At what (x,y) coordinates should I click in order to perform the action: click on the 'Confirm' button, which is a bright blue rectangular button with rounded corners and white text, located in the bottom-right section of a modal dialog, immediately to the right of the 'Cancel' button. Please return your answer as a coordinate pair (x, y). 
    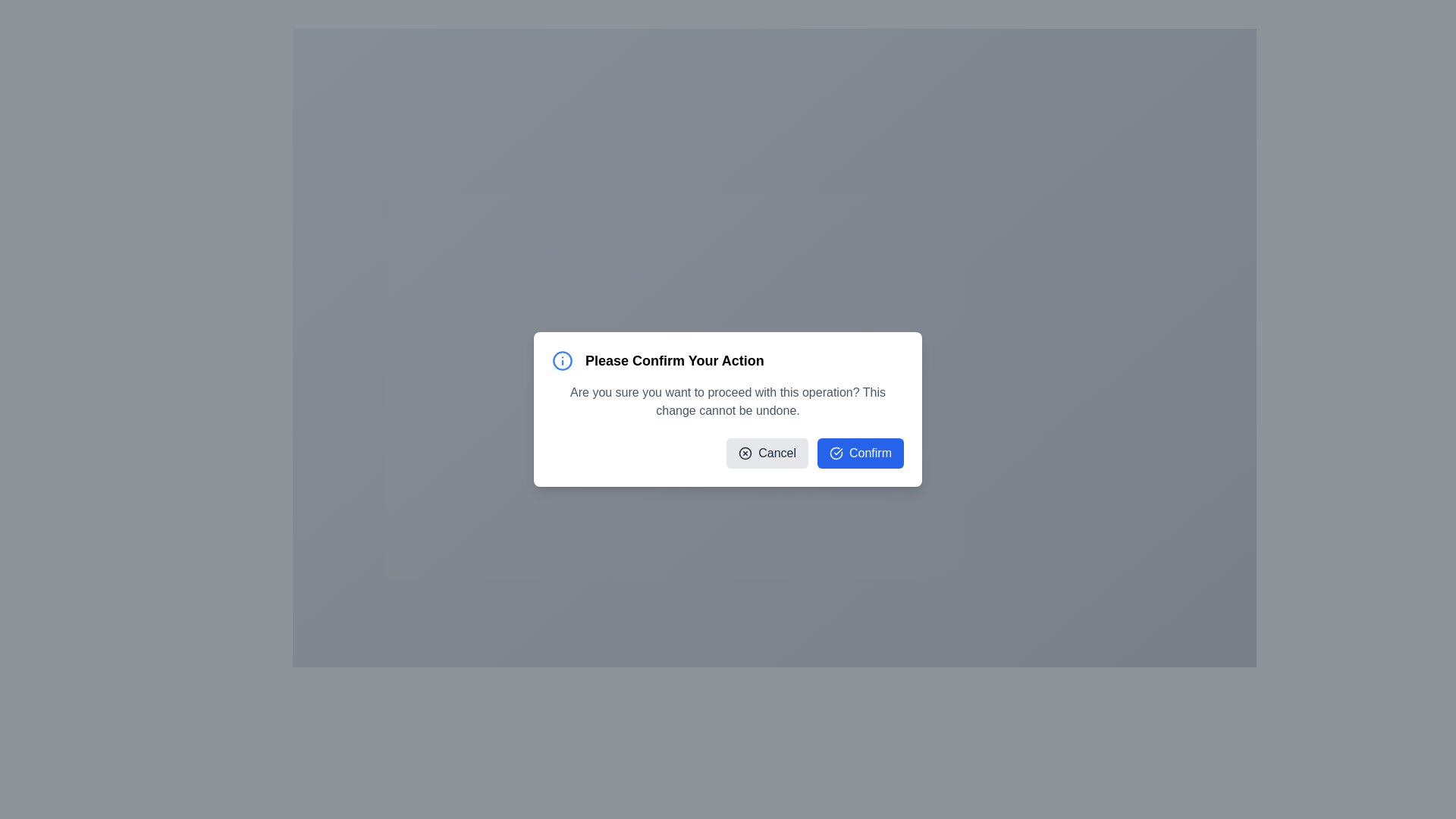
    Looking at the image, I should click on (860, 452).